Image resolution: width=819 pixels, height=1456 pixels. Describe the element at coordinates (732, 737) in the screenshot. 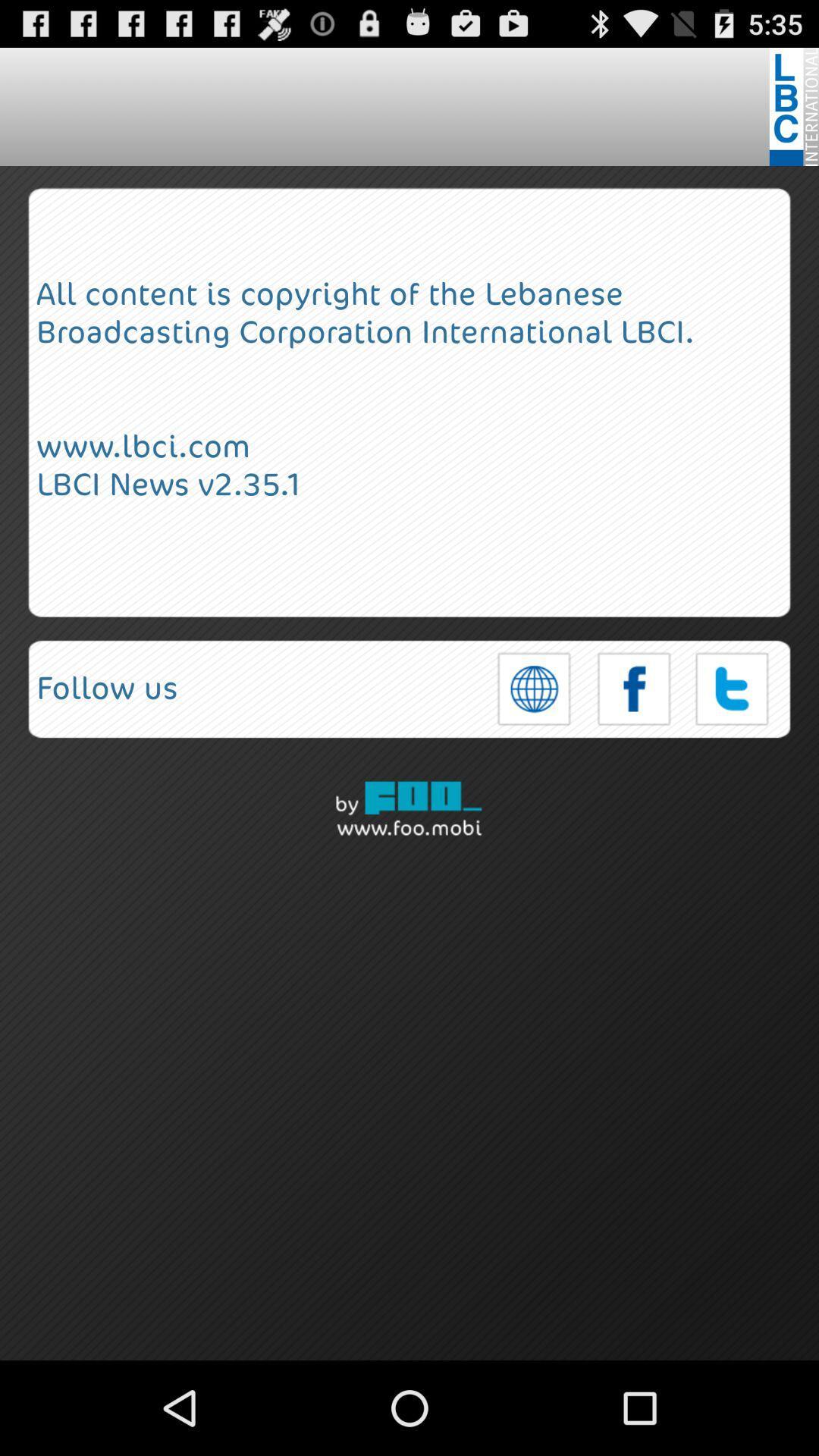

I see `the twitter icon` at that location.